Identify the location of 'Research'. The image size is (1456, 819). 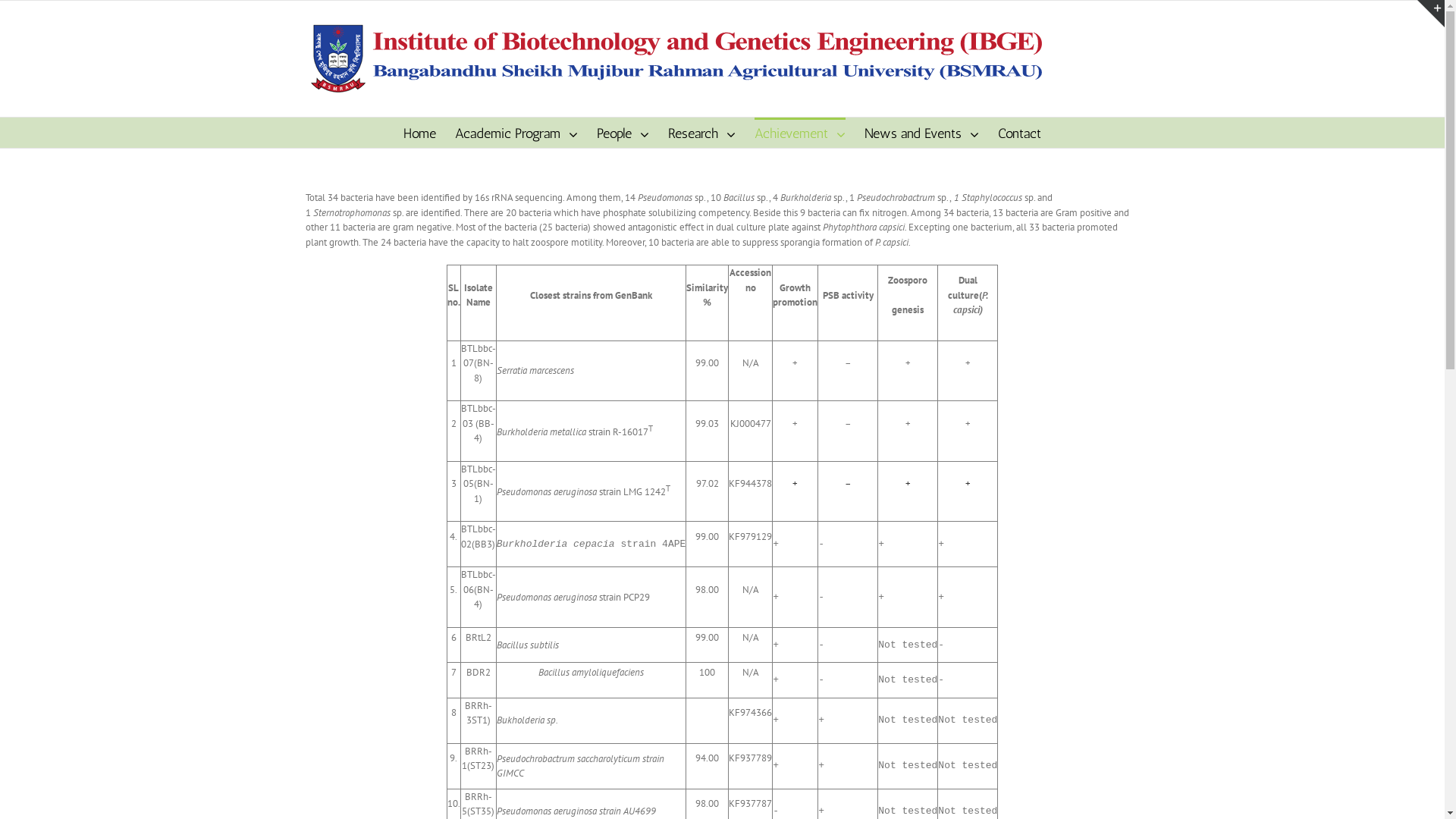
(701, 131).